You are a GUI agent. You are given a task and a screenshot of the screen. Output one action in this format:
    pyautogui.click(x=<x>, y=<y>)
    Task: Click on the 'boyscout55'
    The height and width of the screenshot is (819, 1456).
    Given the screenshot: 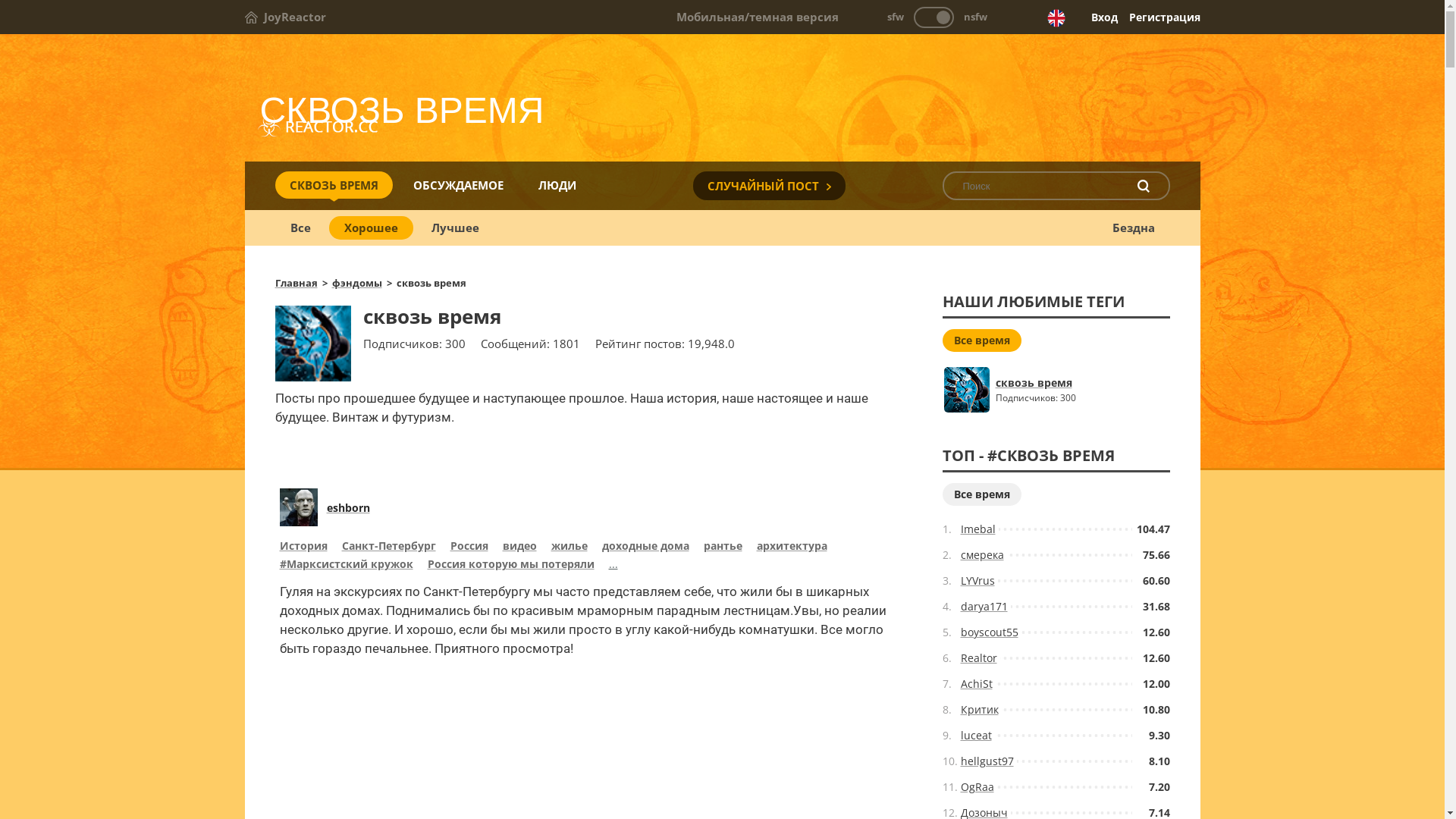 What is the action you would take?
    pyautogui.click(x=989, y=632)
    